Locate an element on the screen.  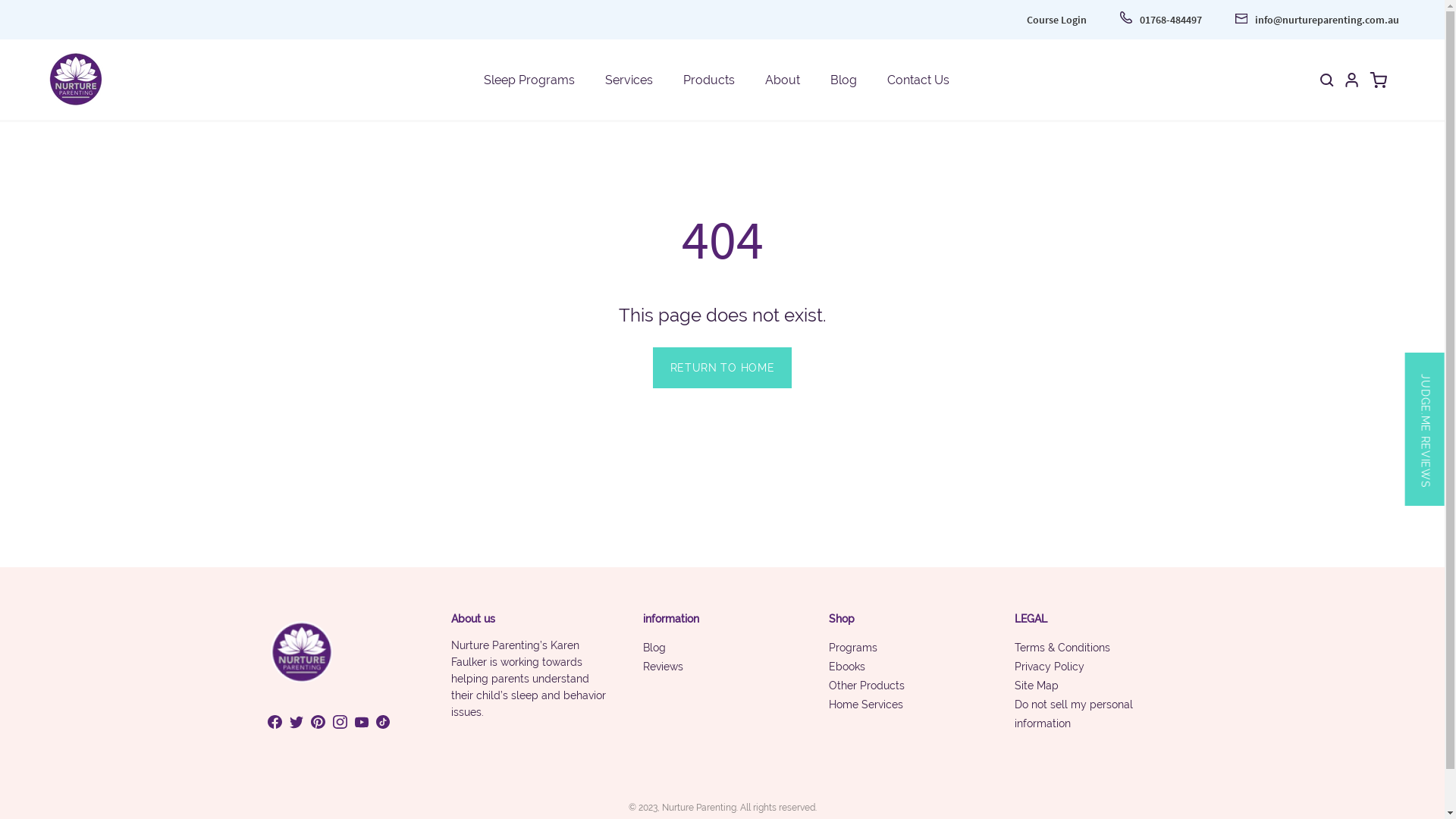
'Shop' is located at coordinates (840, 620).